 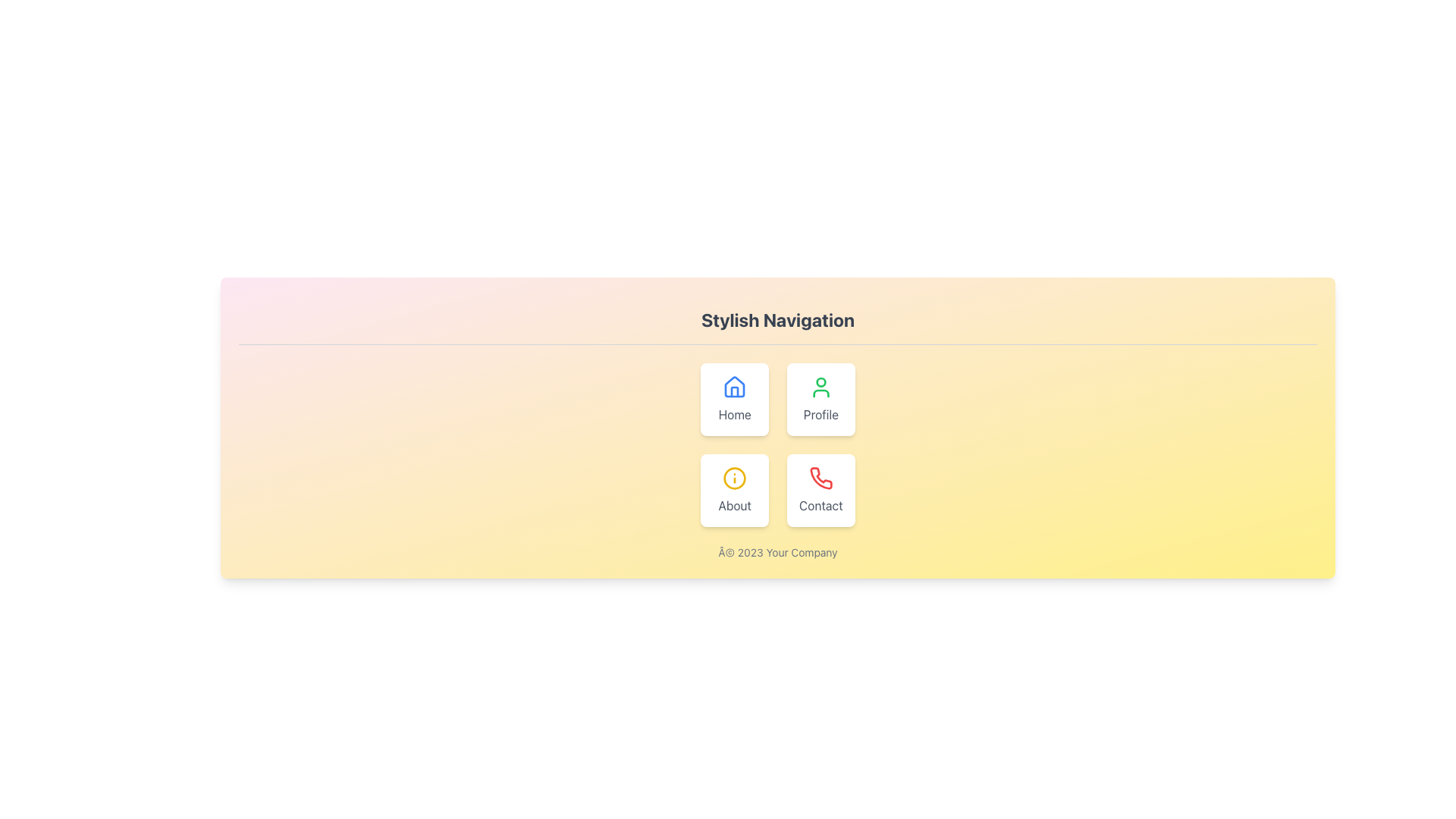 What do you see at coordinates (820, 415) in the screenshot?
I see `the 'Profile' text label which describes the associated profile navigation button located below the user profile icon` at bounding box center [820, 415].